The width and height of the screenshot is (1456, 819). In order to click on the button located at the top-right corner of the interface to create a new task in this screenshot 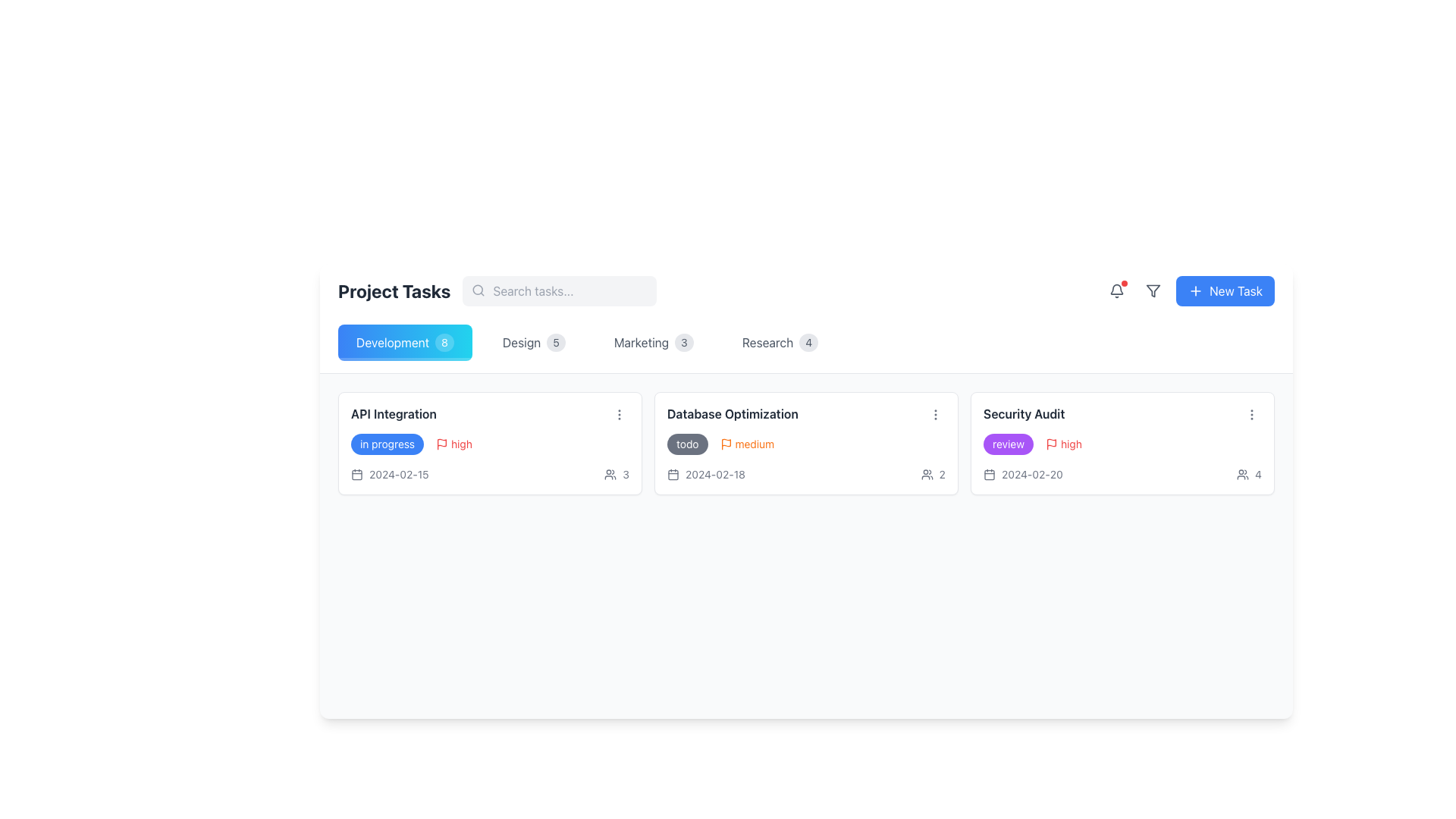, I will do `click(1225, 291)`.